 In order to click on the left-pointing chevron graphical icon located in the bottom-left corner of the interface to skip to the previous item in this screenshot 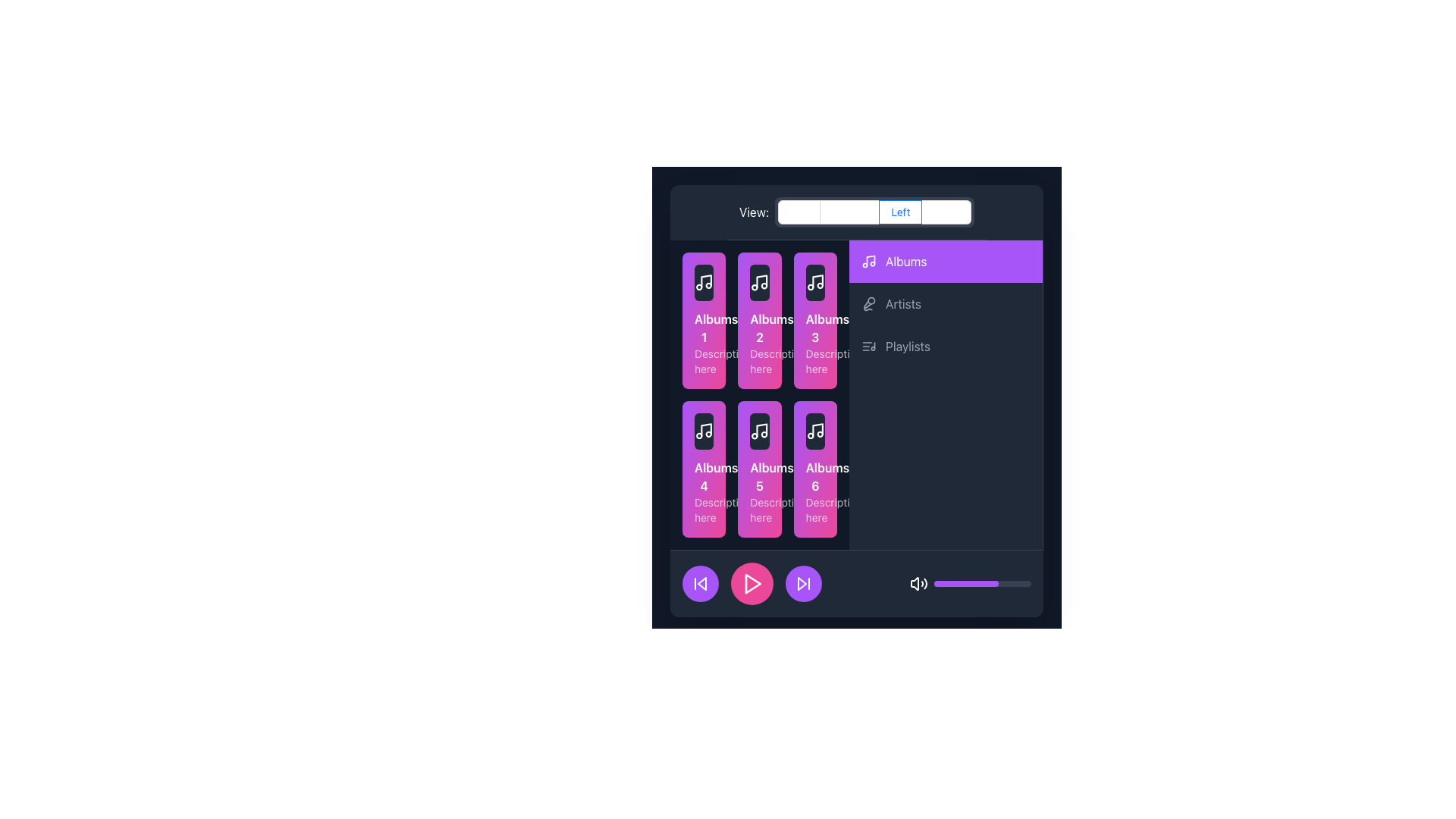, I will do `click(701, 583)`.